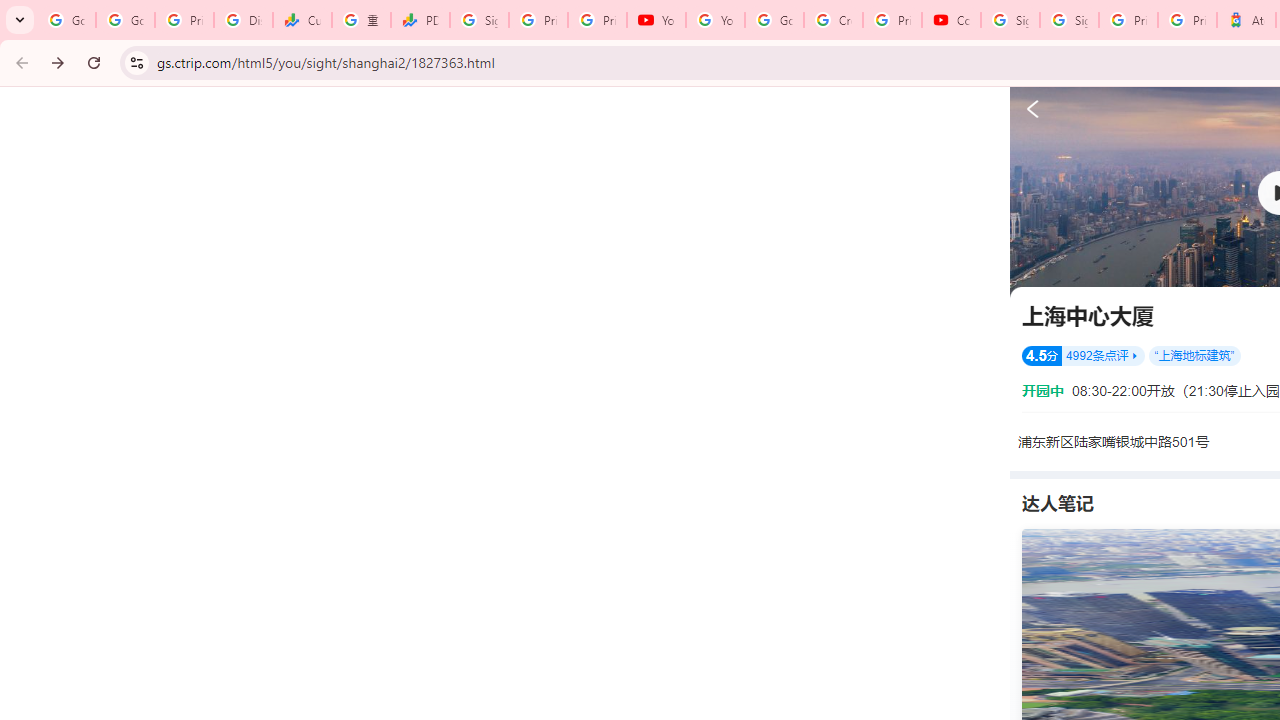 This screenshot has width=1280, height=720. What do you see at coordinates (715, 20) in the screenshot?
I see `'YouTube'` at bounding box center [715, 20].